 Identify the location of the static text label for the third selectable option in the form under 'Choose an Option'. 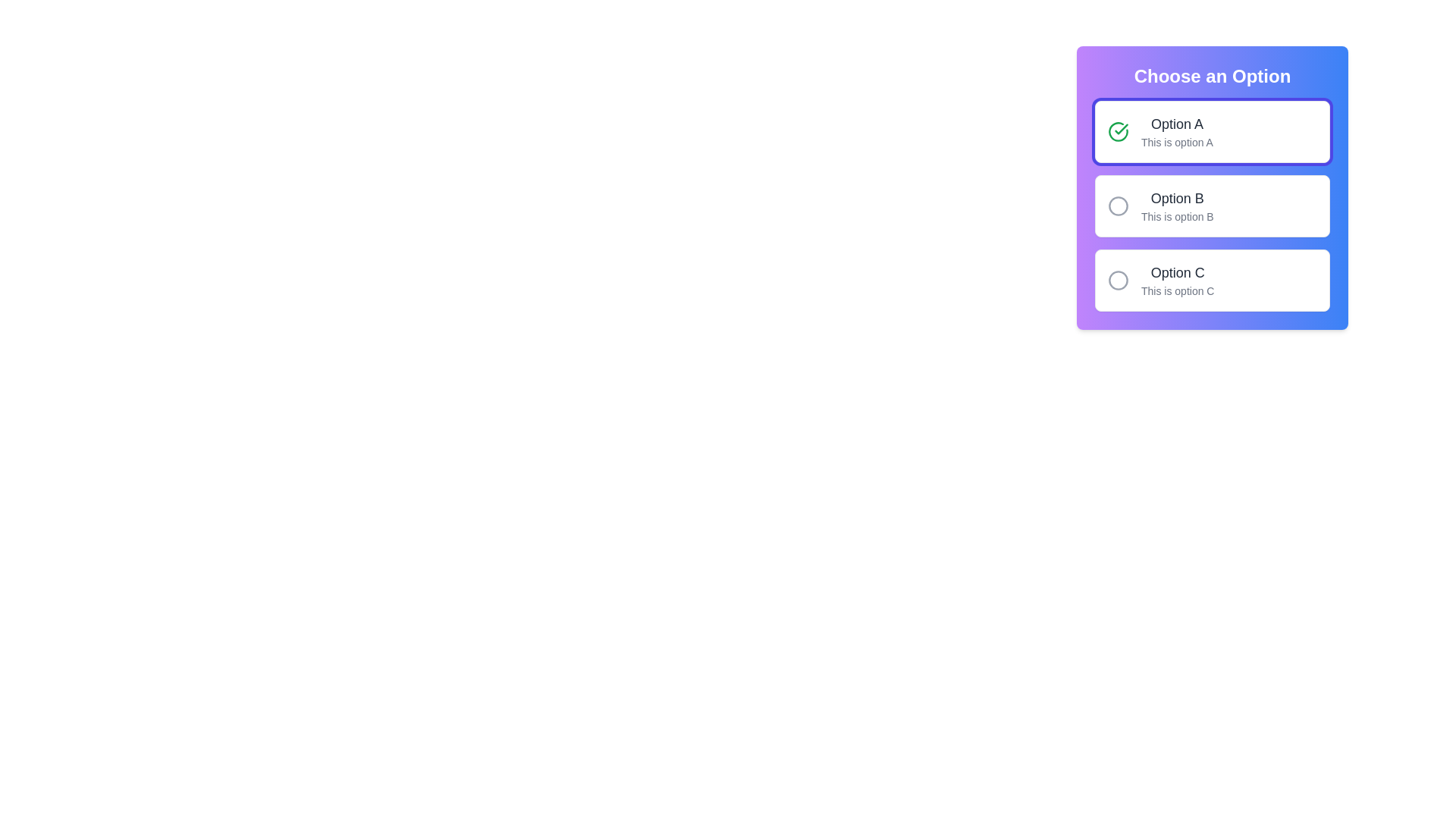
(1177, 271).